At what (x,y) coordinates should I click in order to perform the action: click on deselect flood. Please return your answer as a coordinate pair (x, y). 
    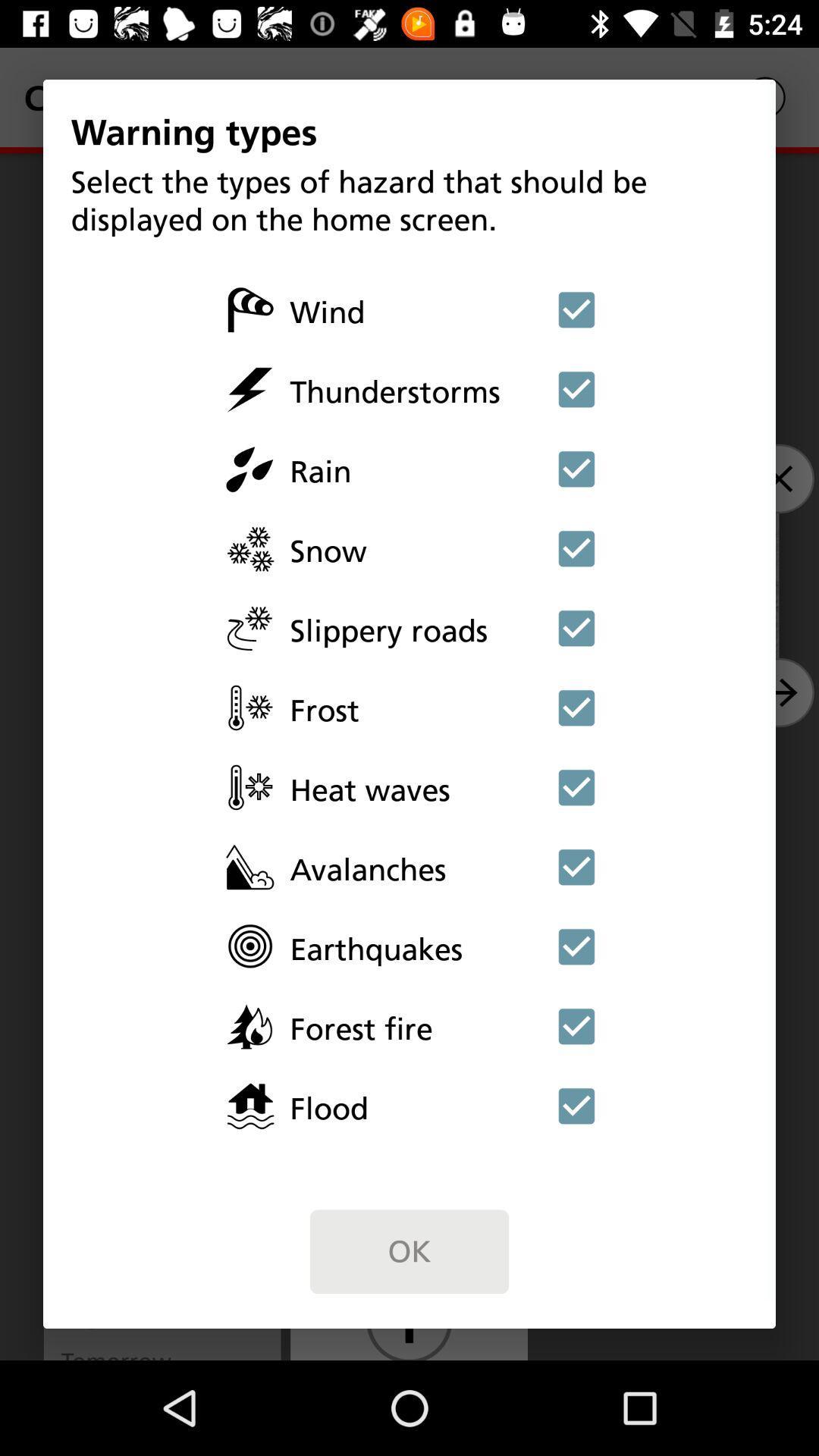
    Looking at the image, I should click on (576, 1106).